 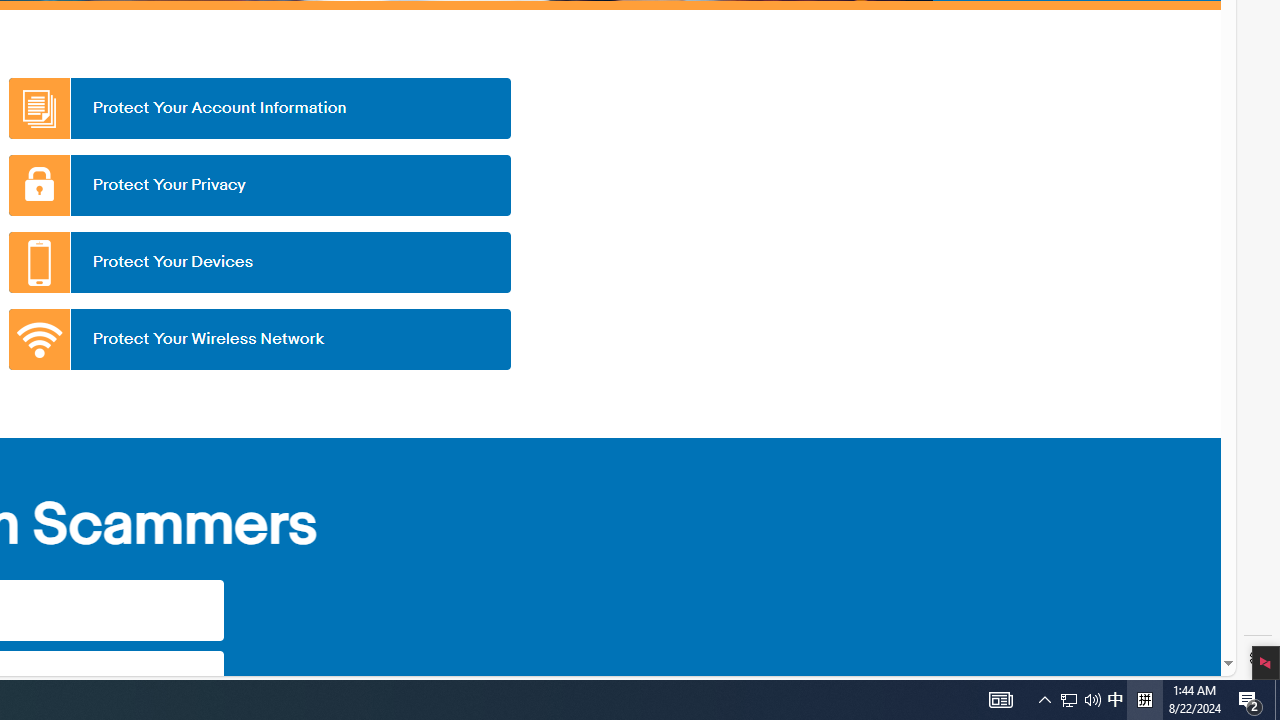 What do you see at coordinates (258, 338) in the screenshot?
I see `'Protect Your Wireless Network'` at bounding box center [258, 338].